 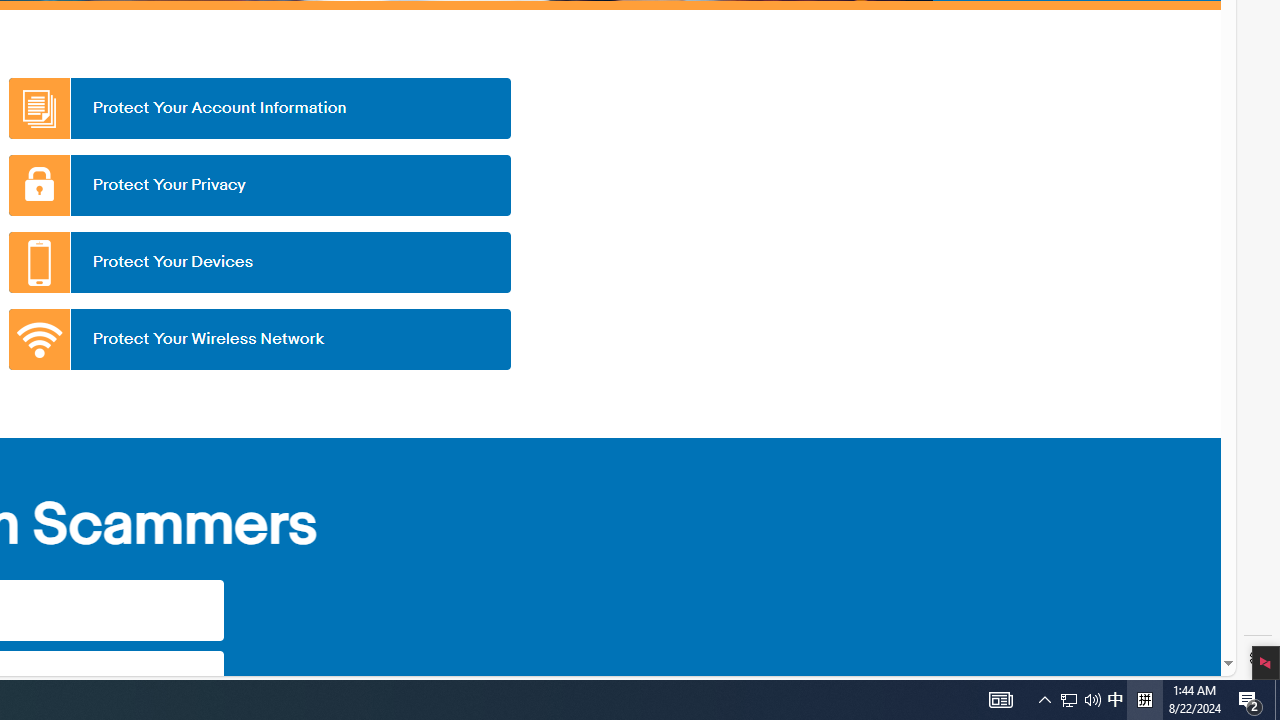 What do you see at coordinates (258, 338) in the screenshot?
I see `'Protect Your Wireless Network'` at bounding box center [258, 338].